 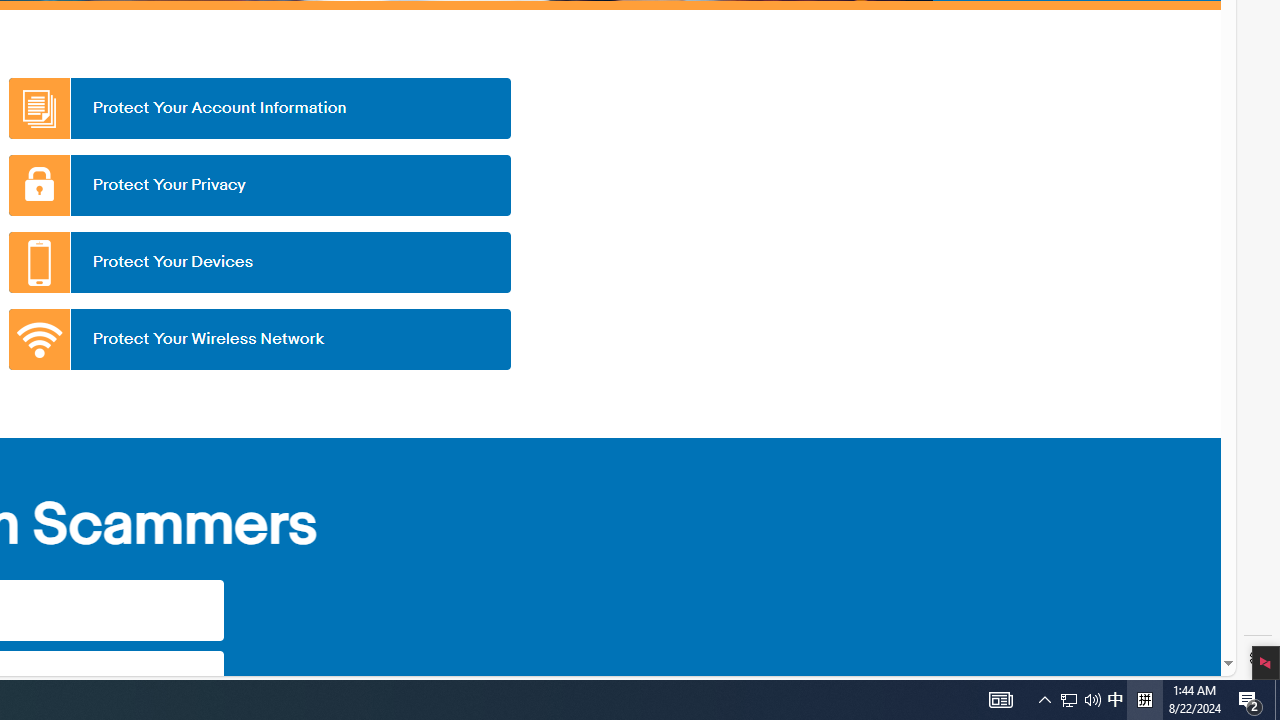 What do you see at coordinates (258, 338) in the screenshot?
I see `'Protect Your Wireless Network'` at bounding box center [258, 338].